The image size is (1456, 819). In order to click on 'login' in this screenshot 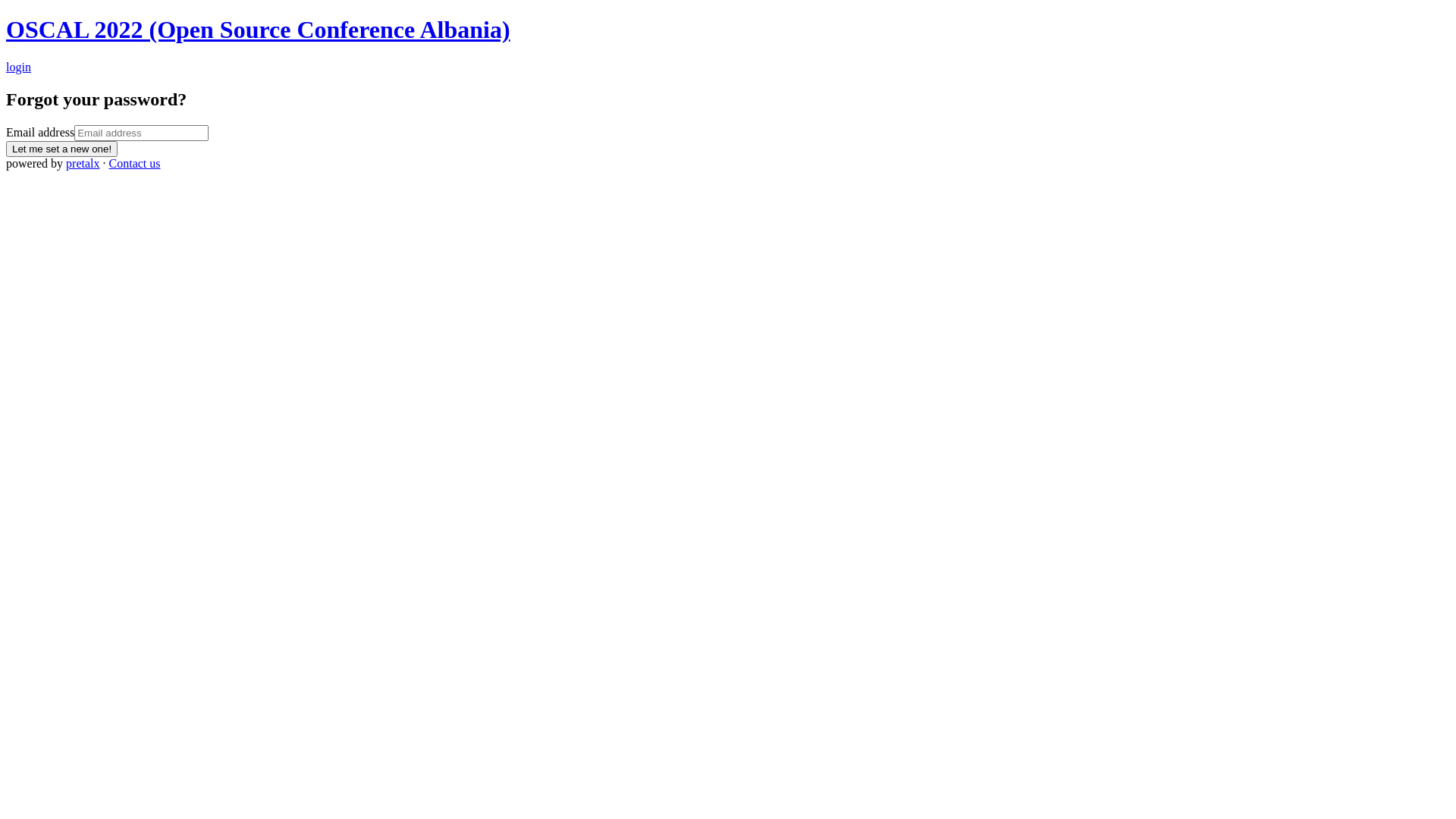, I will do `click(18, 66)`.